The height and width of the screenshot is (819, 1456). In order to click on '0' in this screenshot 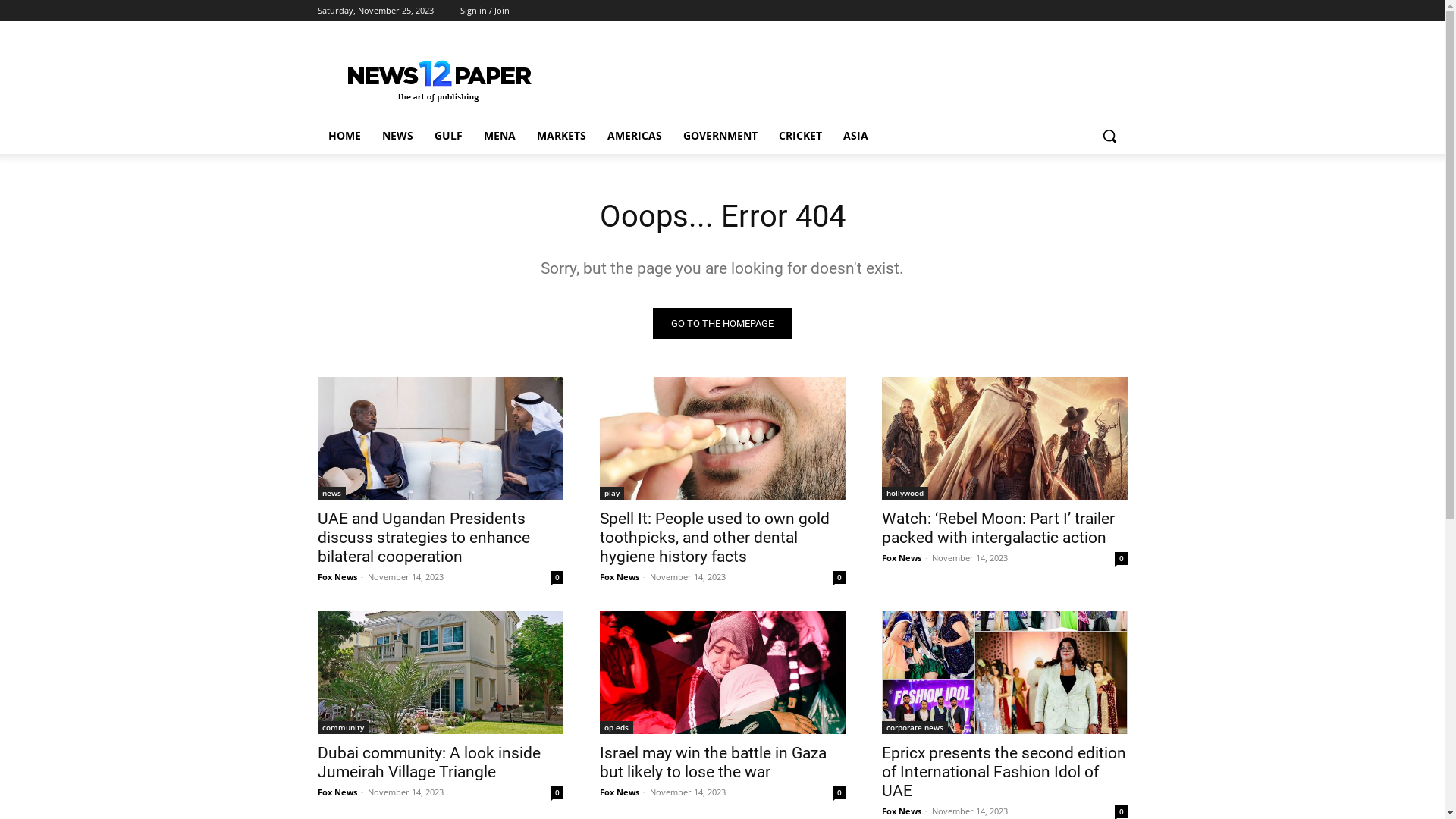, I will do `click(838, 577)`.